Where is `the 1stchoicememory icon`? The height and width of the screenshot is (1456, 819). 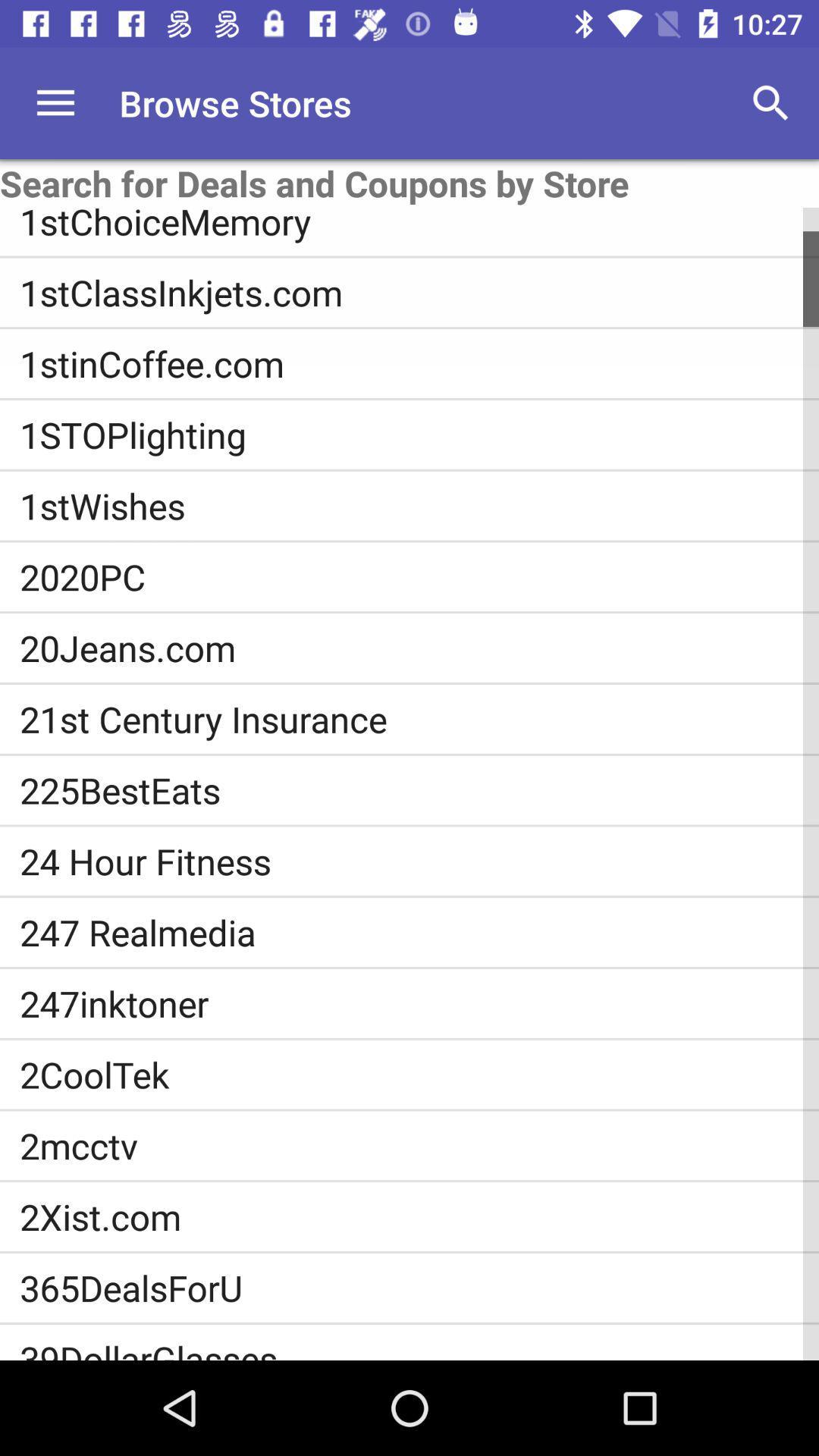
the 1stchoicememory icon is located at coordinates (419, 225).